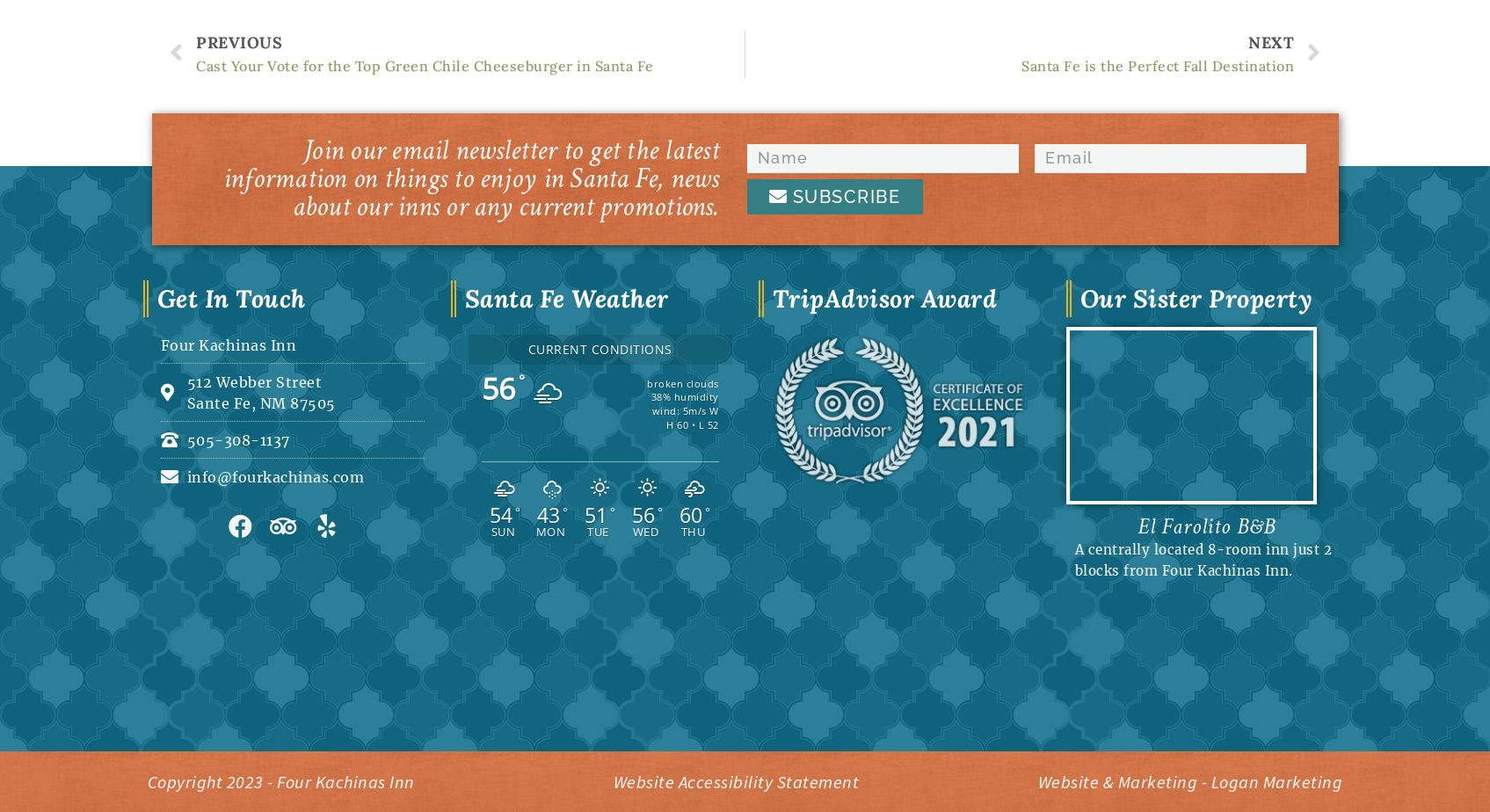  I want to click on 'info@fourkachinas.com', so click(185, 476).